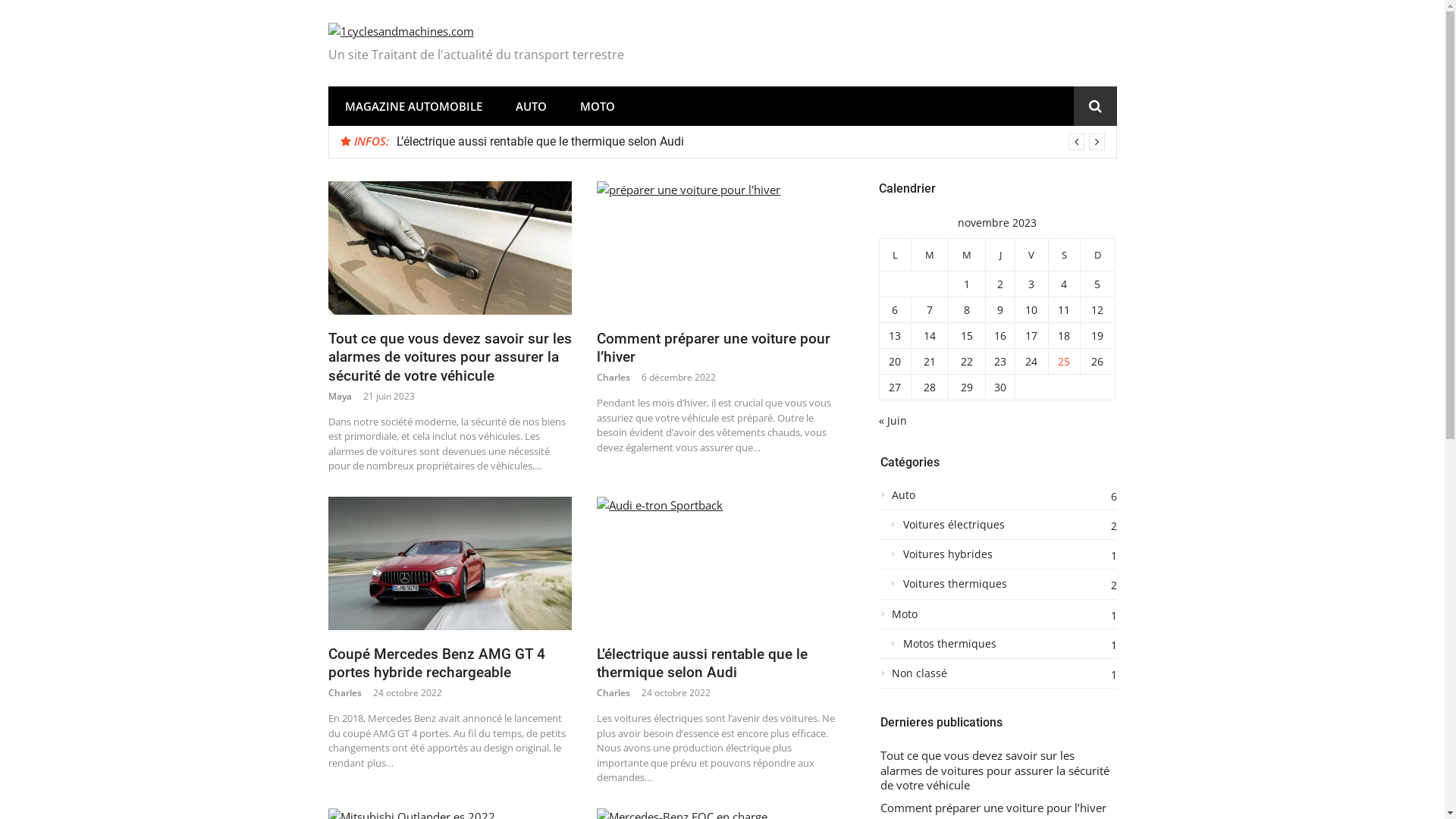 Image resolution: width=1456 pixels, height=819 pixels. I want to click on 'Voitures thermiques', so click(997, 587).